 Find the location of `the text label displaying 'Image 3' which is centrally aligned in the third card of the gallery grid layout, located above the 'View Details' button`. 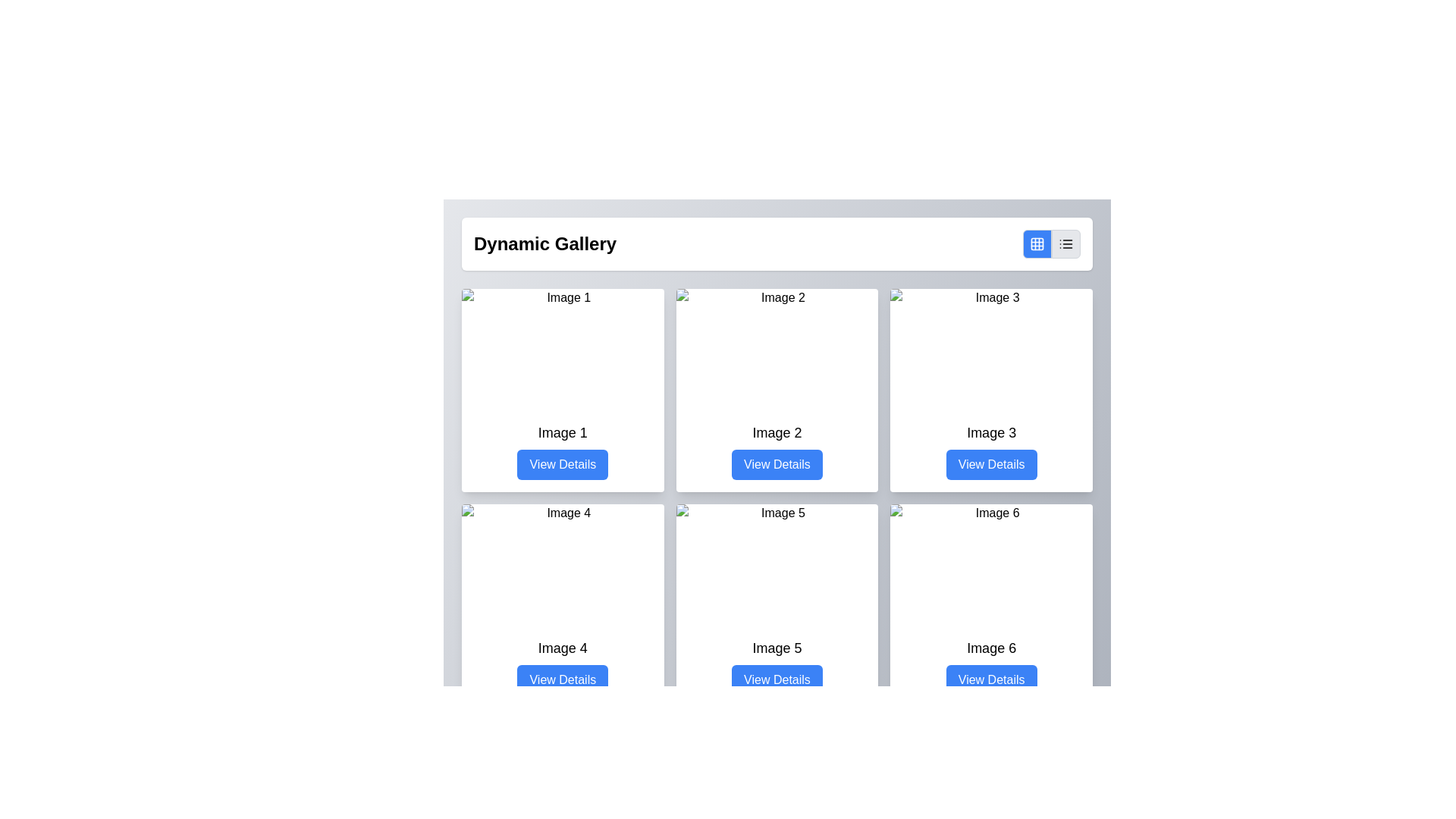

the text label displaying 'Image 3' which is centrally aligned in the third card of the gallery grid layout, located above the 'View Details' button is located at coordinates (991, 432).